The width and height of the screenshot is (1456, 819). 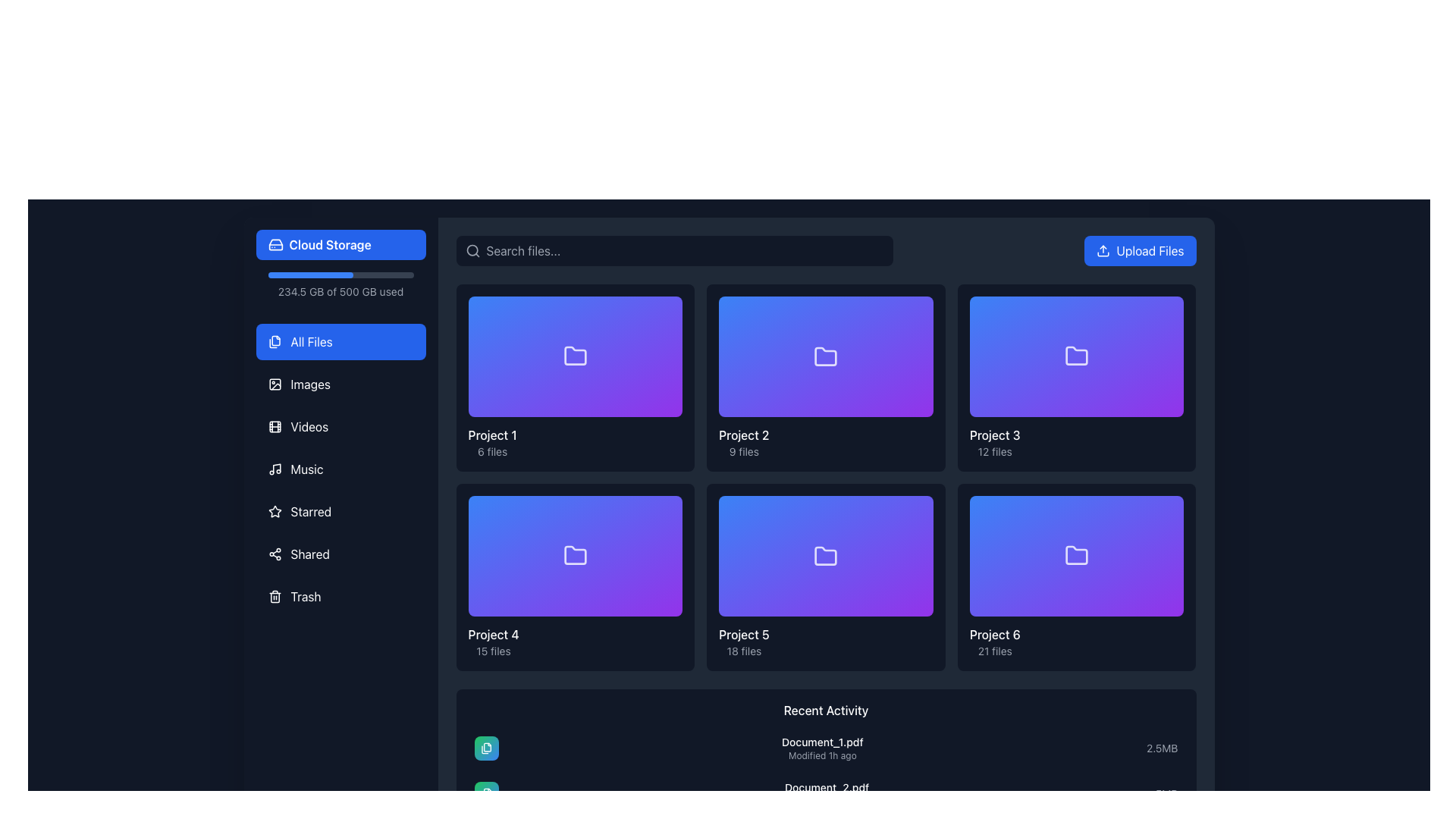 What do you see at coordinates (275, 427) in the screenshot?
I see `the film reel icon located in the 'Videos' menu option on the left navigation bar` at bounding box center [275, 427].